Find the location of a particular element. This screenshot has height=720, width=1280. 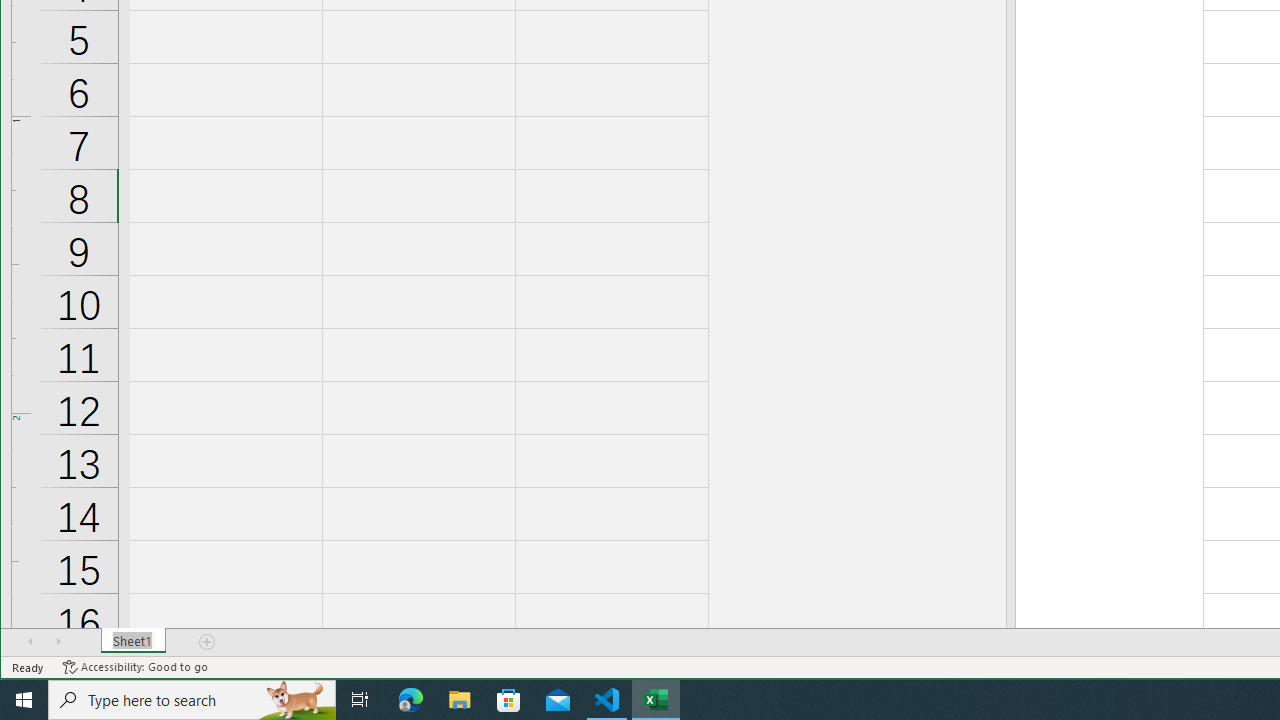

'Sheet Tab' is located at coordinates (132, 641).